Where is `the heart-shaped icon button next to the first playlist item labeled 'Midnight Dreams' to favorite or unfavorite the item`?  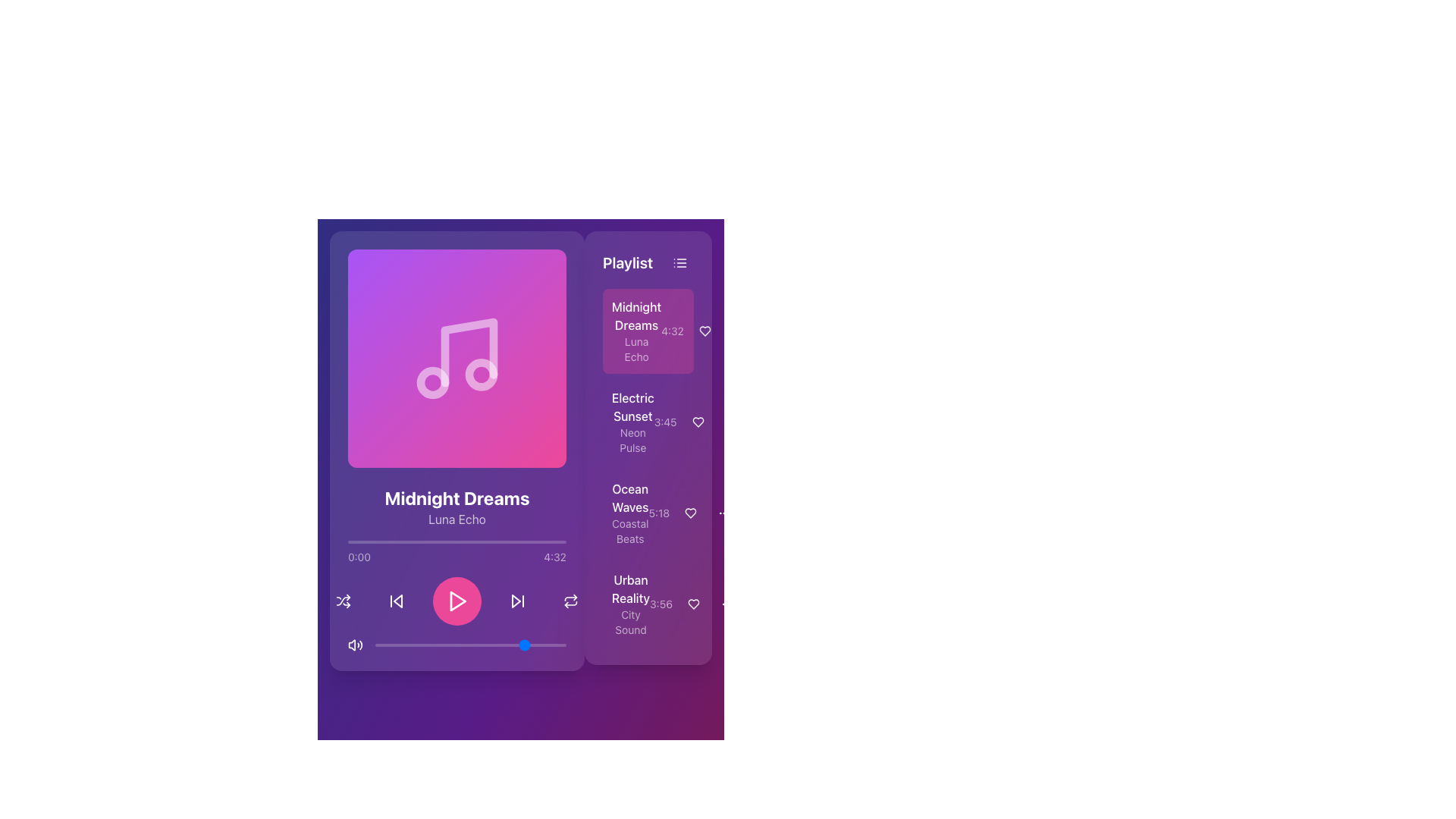
the heart-shaped icon button next to the first playlist item labeled 'Midnight Dreams' to favorite or unfavorite the item is located at coordinates (704, 330).